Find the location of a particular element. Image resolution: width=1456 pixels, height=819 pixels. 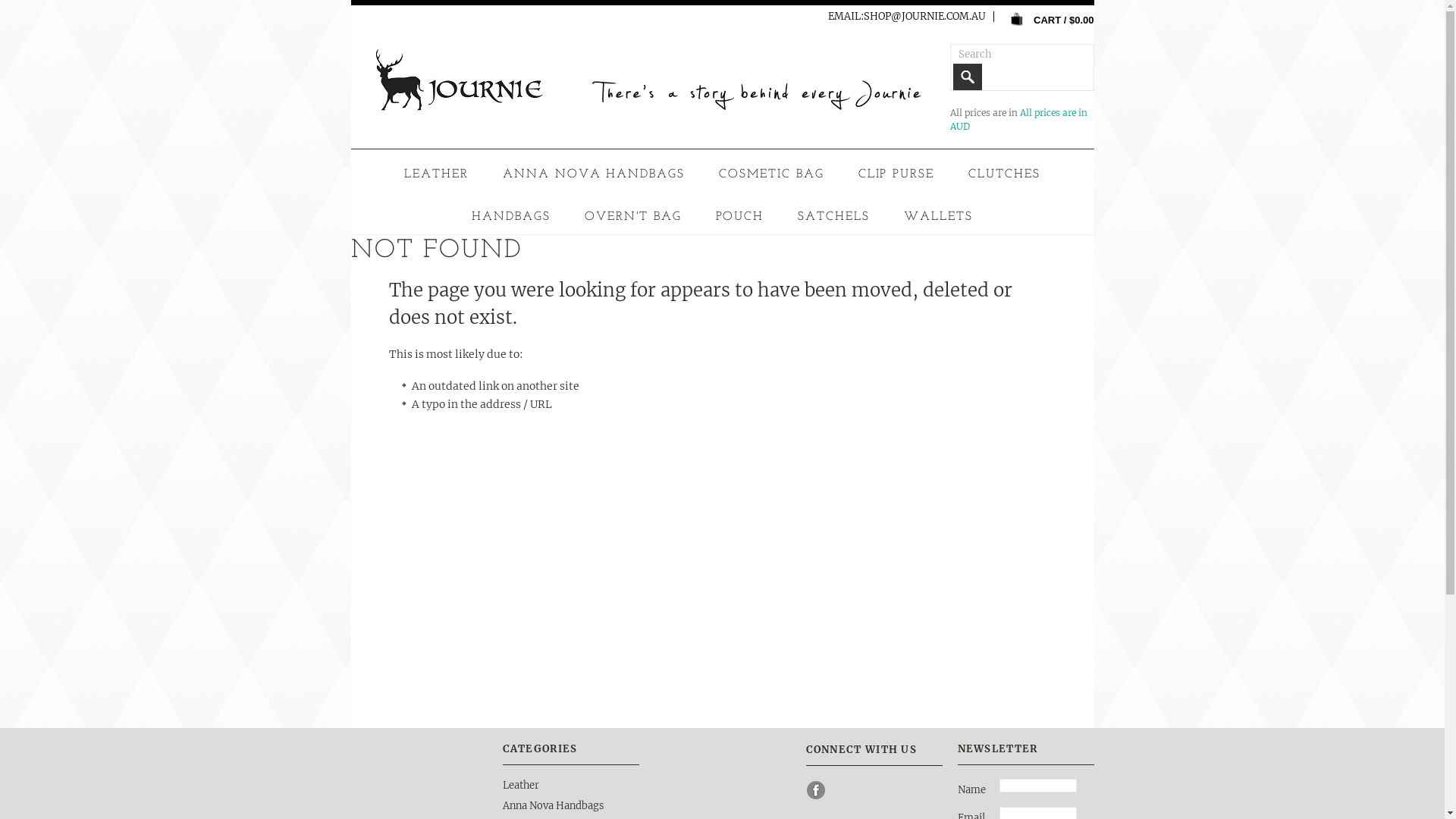

'Instagram' is located at coordinates (840, 789).